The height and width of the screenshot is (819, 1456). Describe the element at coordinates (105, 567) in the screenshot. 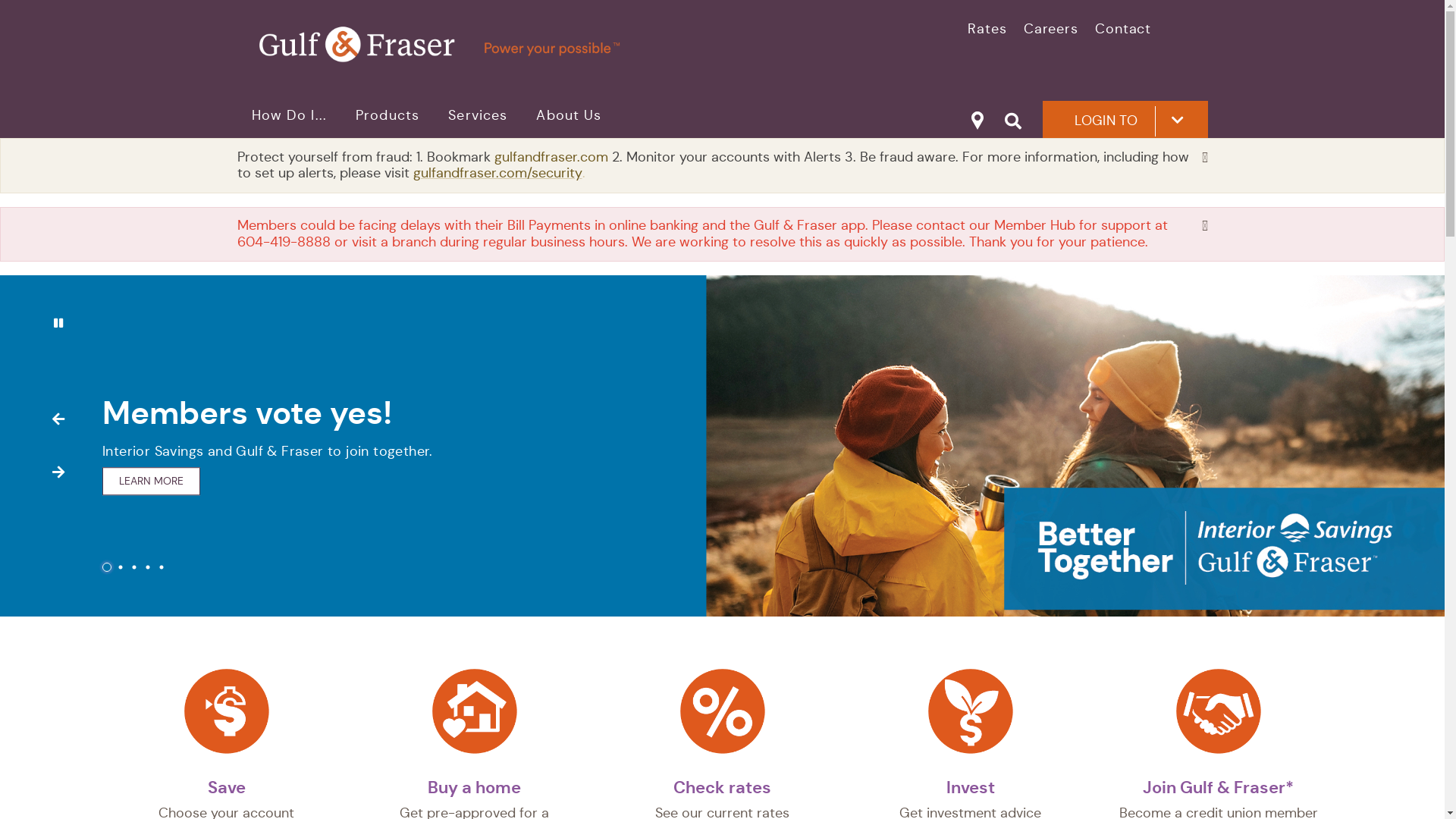

I see `'1'` at that location.